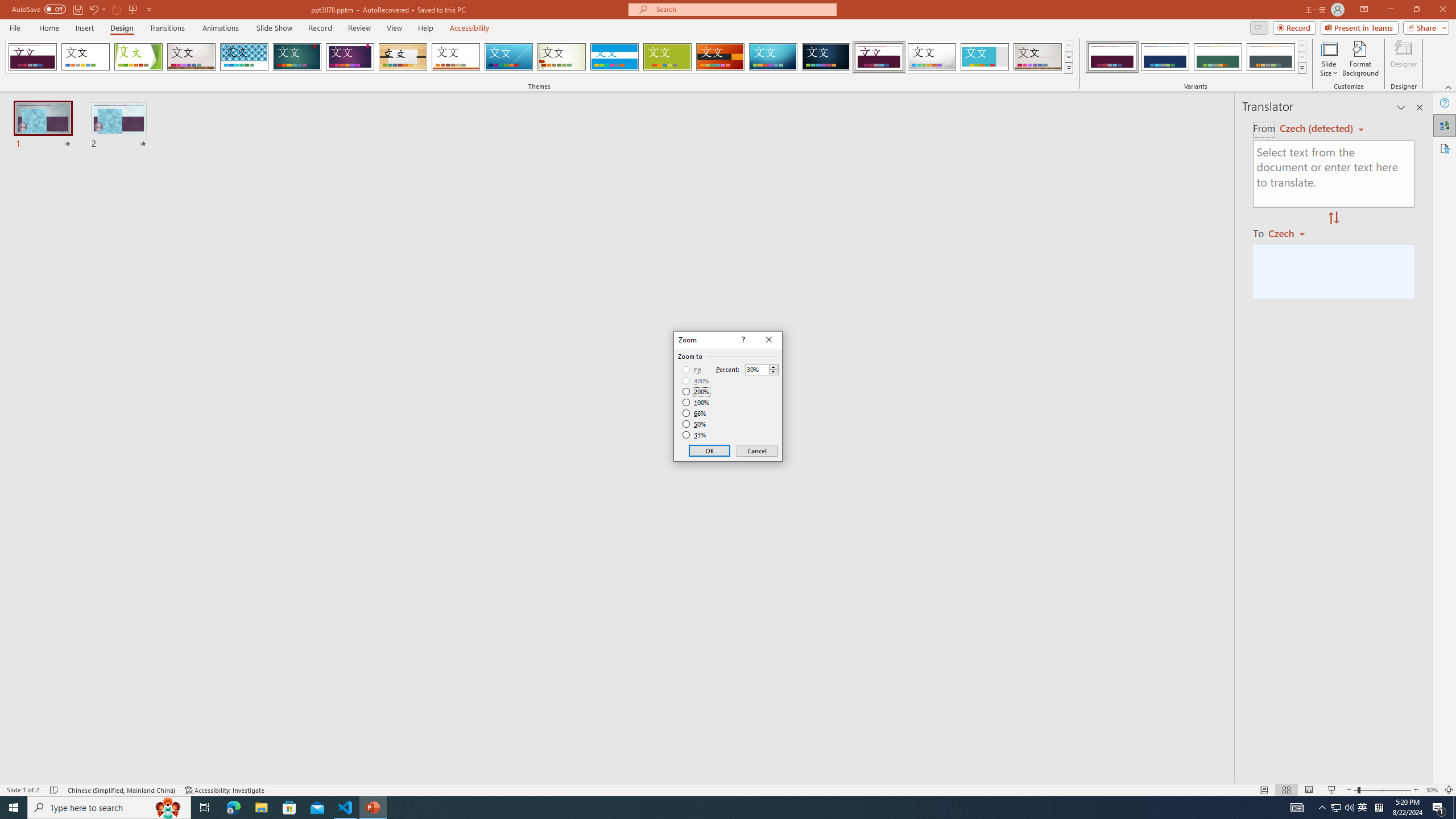 This screenshot has width=1456, height=819. What do you see at coordinates (350, 56) in the screenshot?
I see `'Ion Boardroom'` at bounding box center [350, 56].